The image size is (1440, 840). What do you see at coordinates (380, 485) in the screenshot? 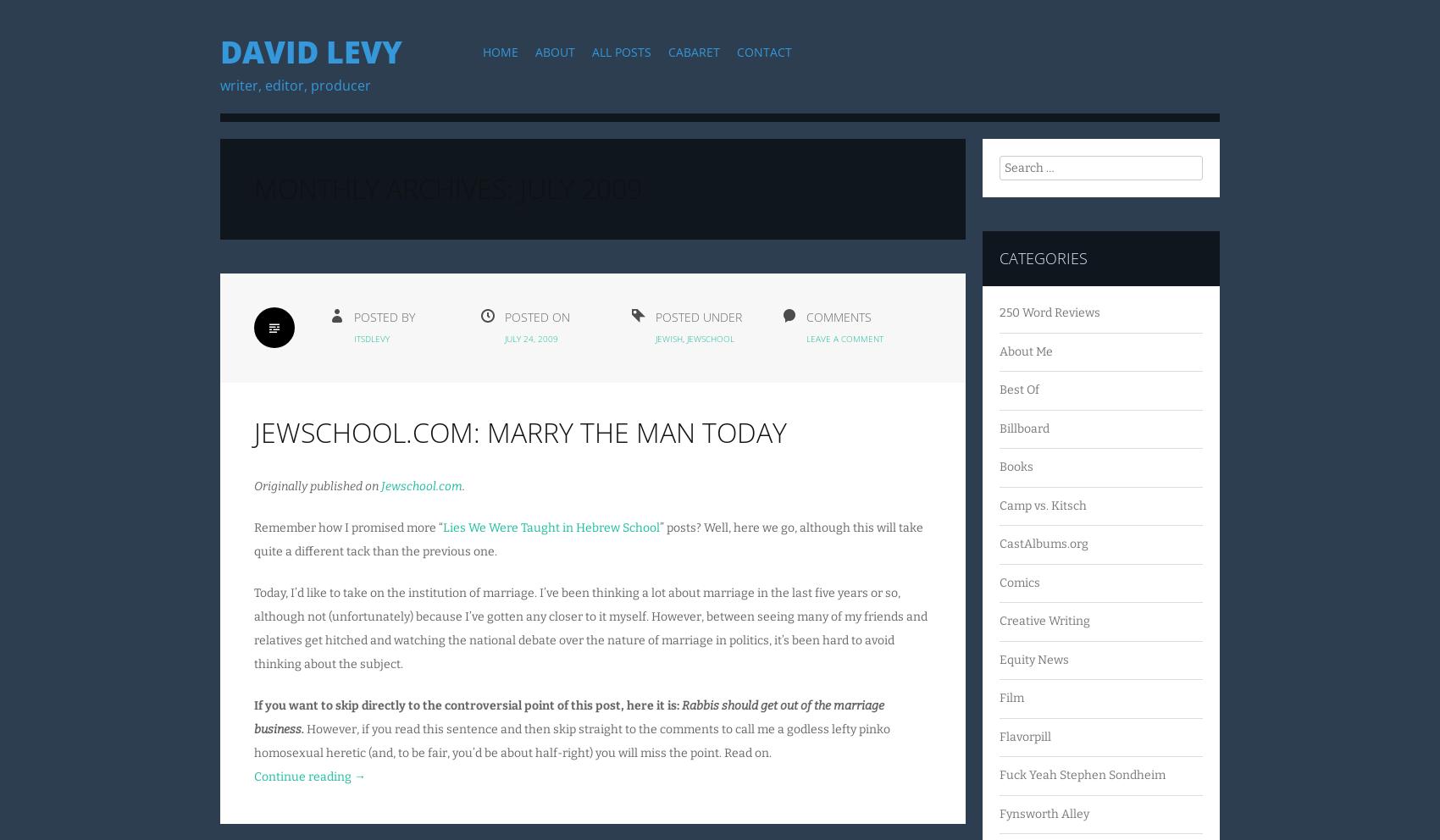
I see `'Jewschool.com'` at bounding box center [380, 485].